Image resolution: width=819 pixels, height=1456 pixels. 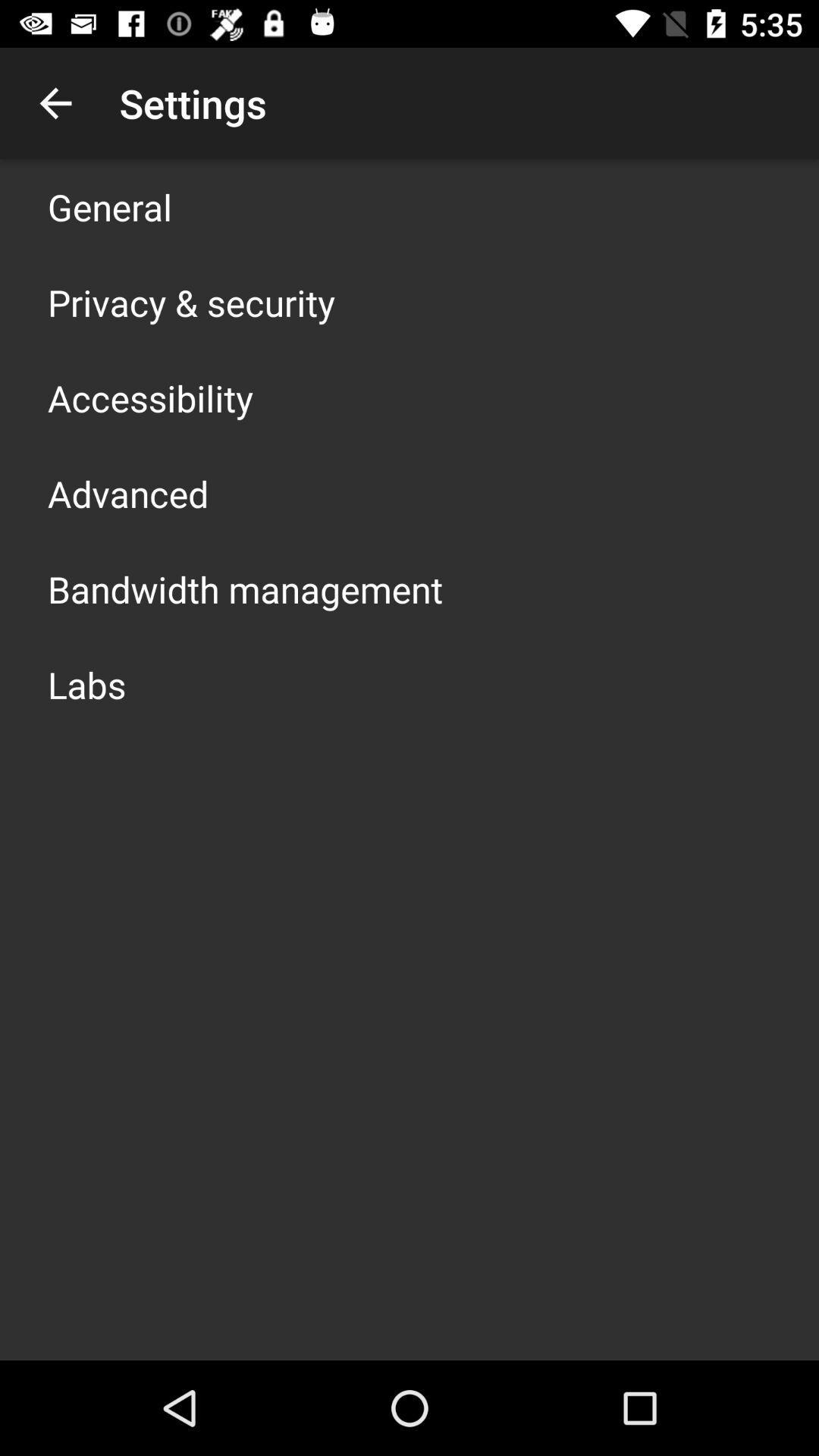 I want to click on the icon above advanced, so click(x=150, y=397).